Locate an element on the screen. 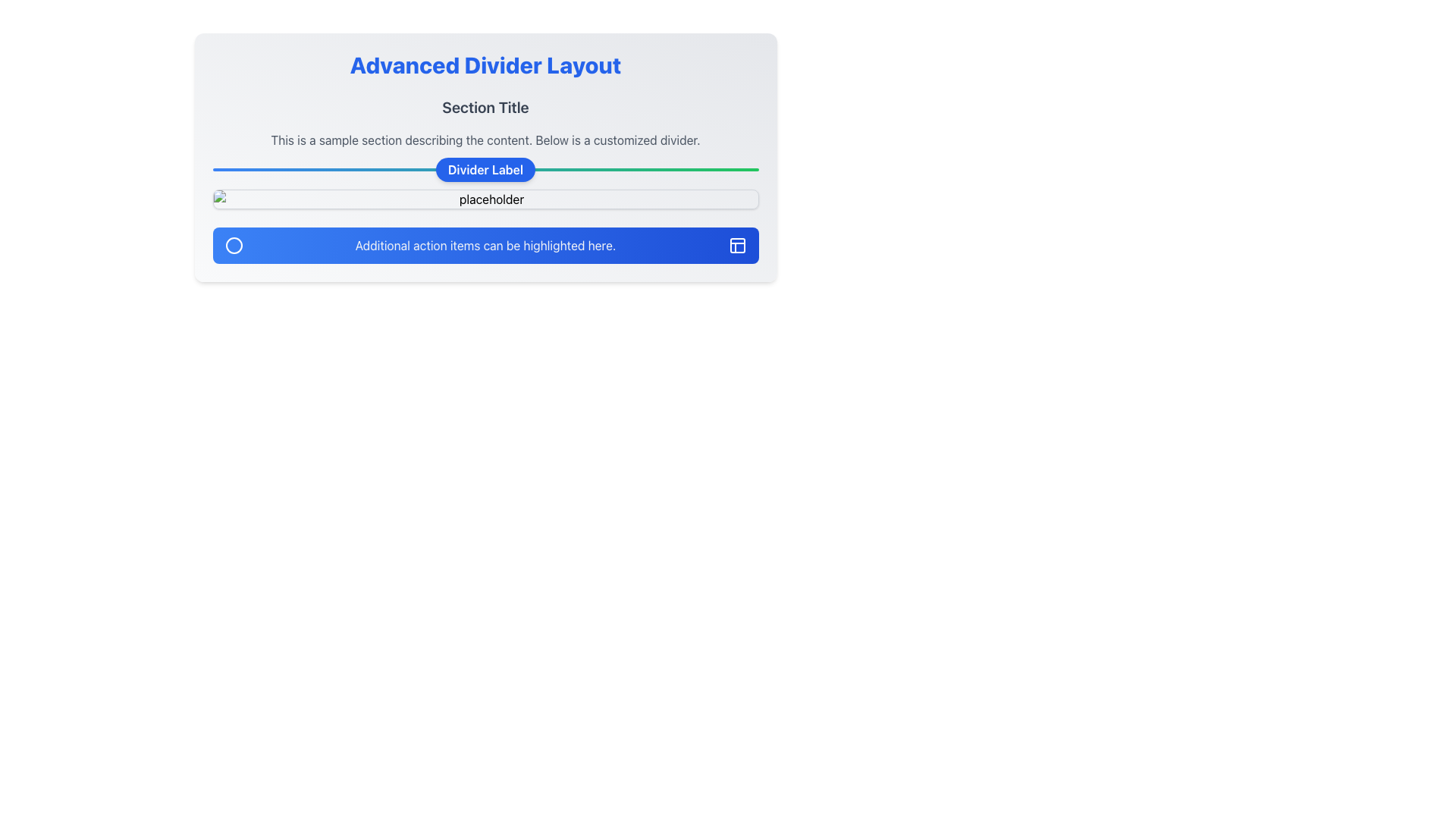 The width and height of the screenshot is (1456, 819). the Informational Text Block displaying the text 'This is a sample section describing the content. Below is a customized divider.', located below the 'Section Title' and above a divider line is located at coordinates (485, 140).